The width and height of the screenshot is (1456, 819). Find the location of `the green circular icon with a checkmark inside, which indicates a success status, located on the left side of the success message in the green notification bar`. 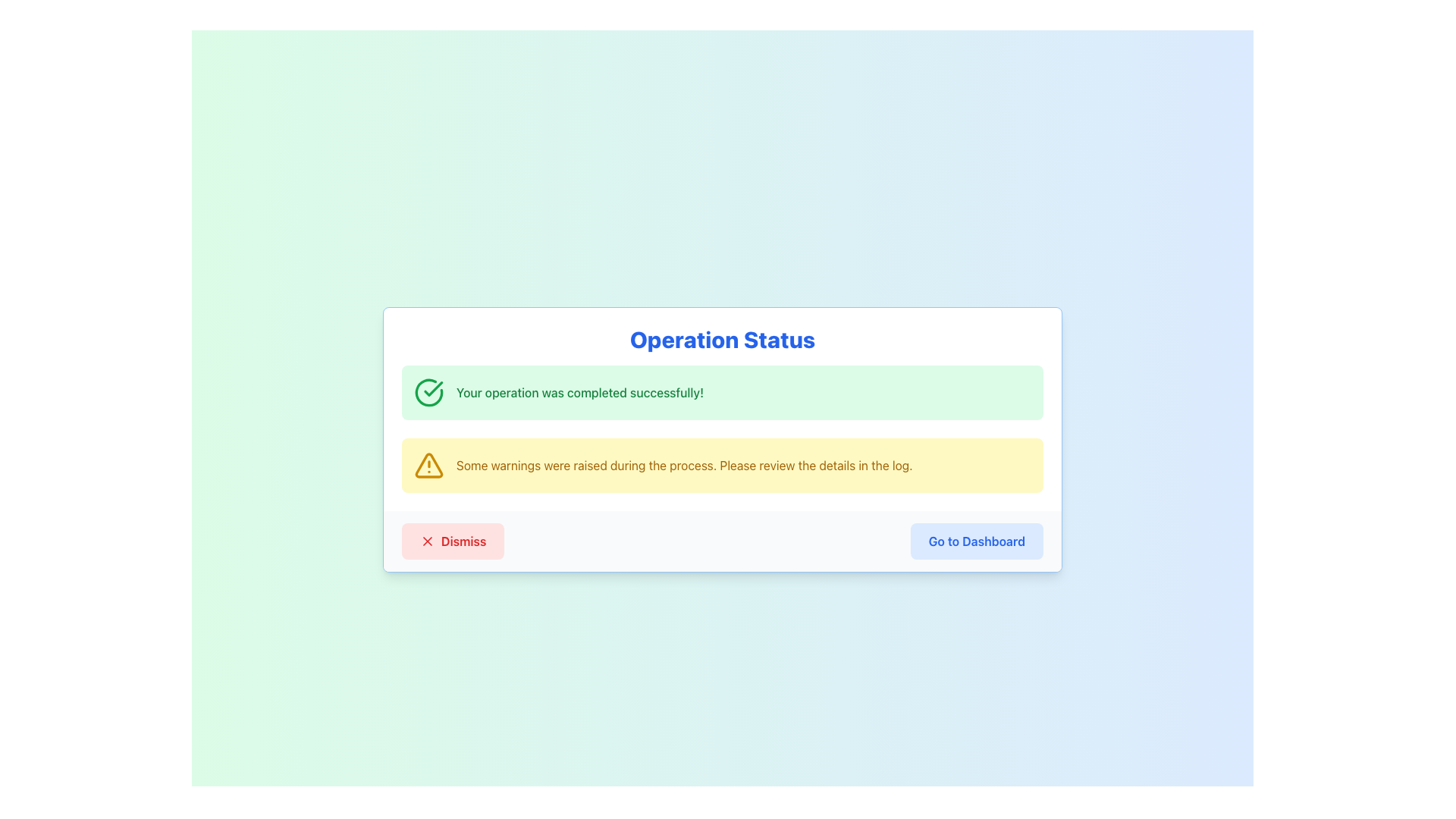

the green circular icon with a checkmark inside, which indicates a success status, located on the left side of the success message in the green notification bar is located at coordinates (428, 391).